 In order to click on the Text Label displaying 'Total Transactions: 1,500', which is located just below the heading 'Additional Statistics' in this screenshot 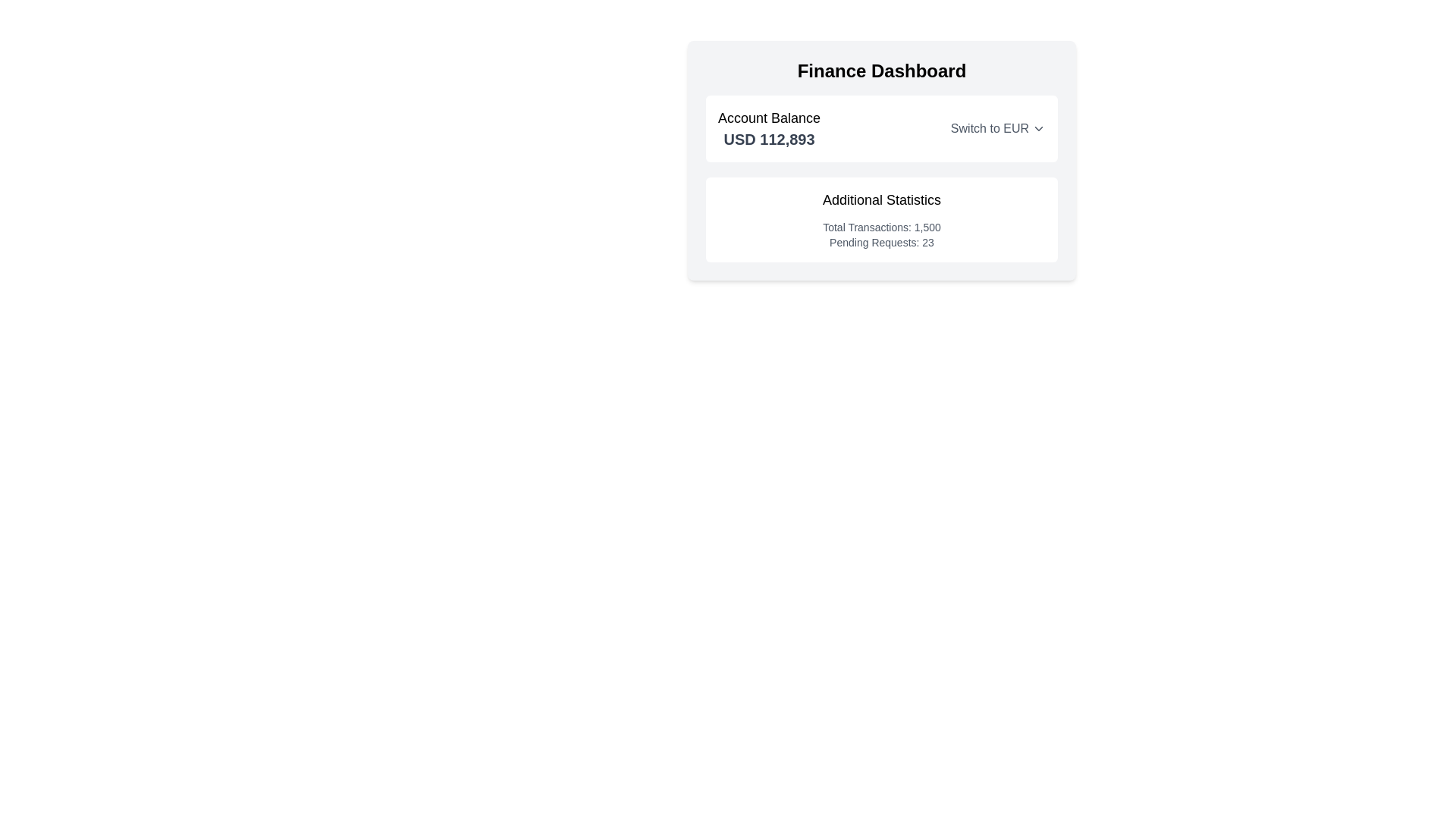, I will do `click(881, 227)`.